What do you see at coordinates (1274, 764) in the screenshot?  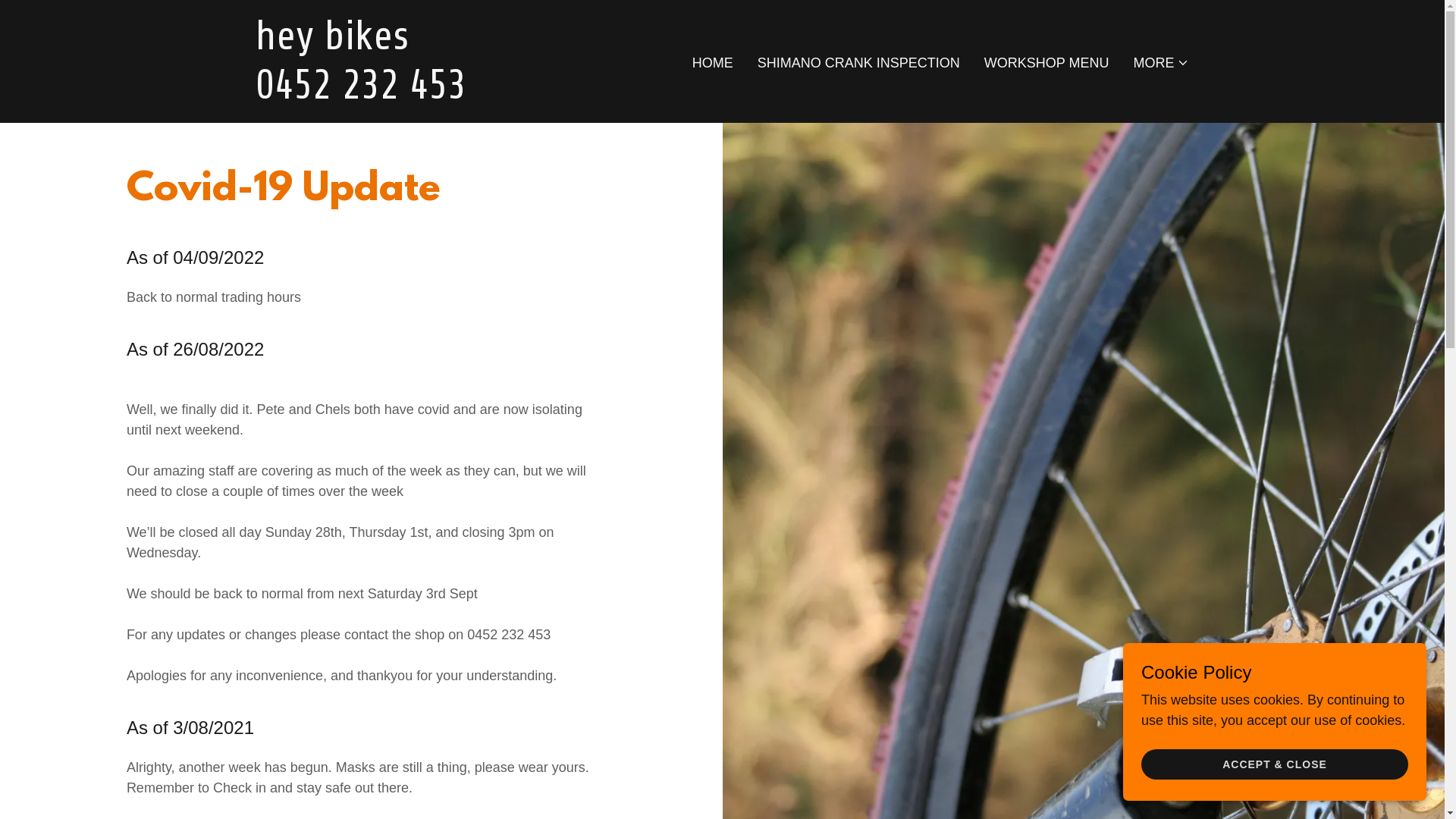 I see `'ACCEPT & CLOSE'` at bounding box center [1274, 764].